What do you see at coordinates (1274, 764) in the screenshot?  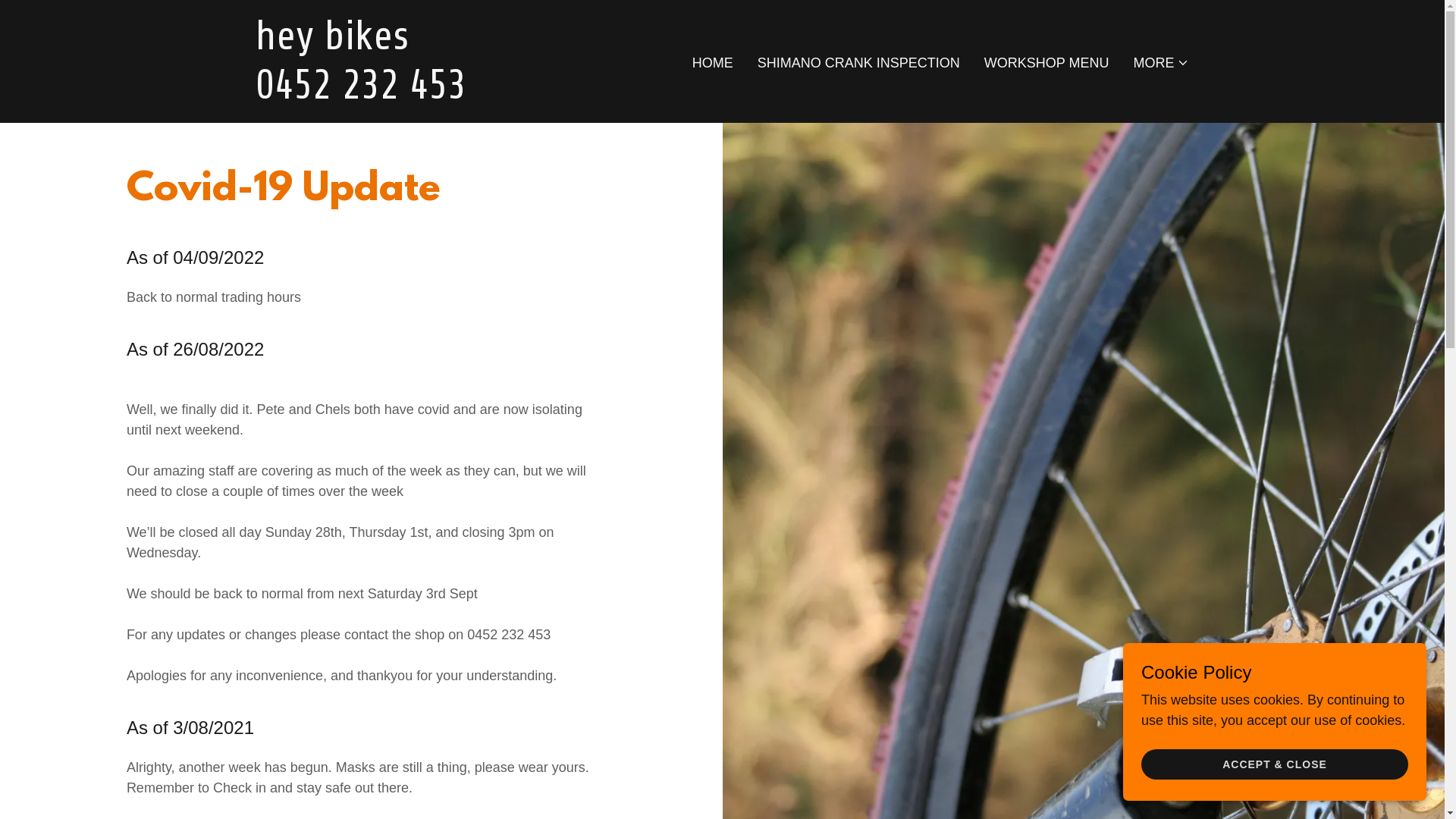 I see `'ACCEPT & CLOSE'` at bounding box center [1274, 764].